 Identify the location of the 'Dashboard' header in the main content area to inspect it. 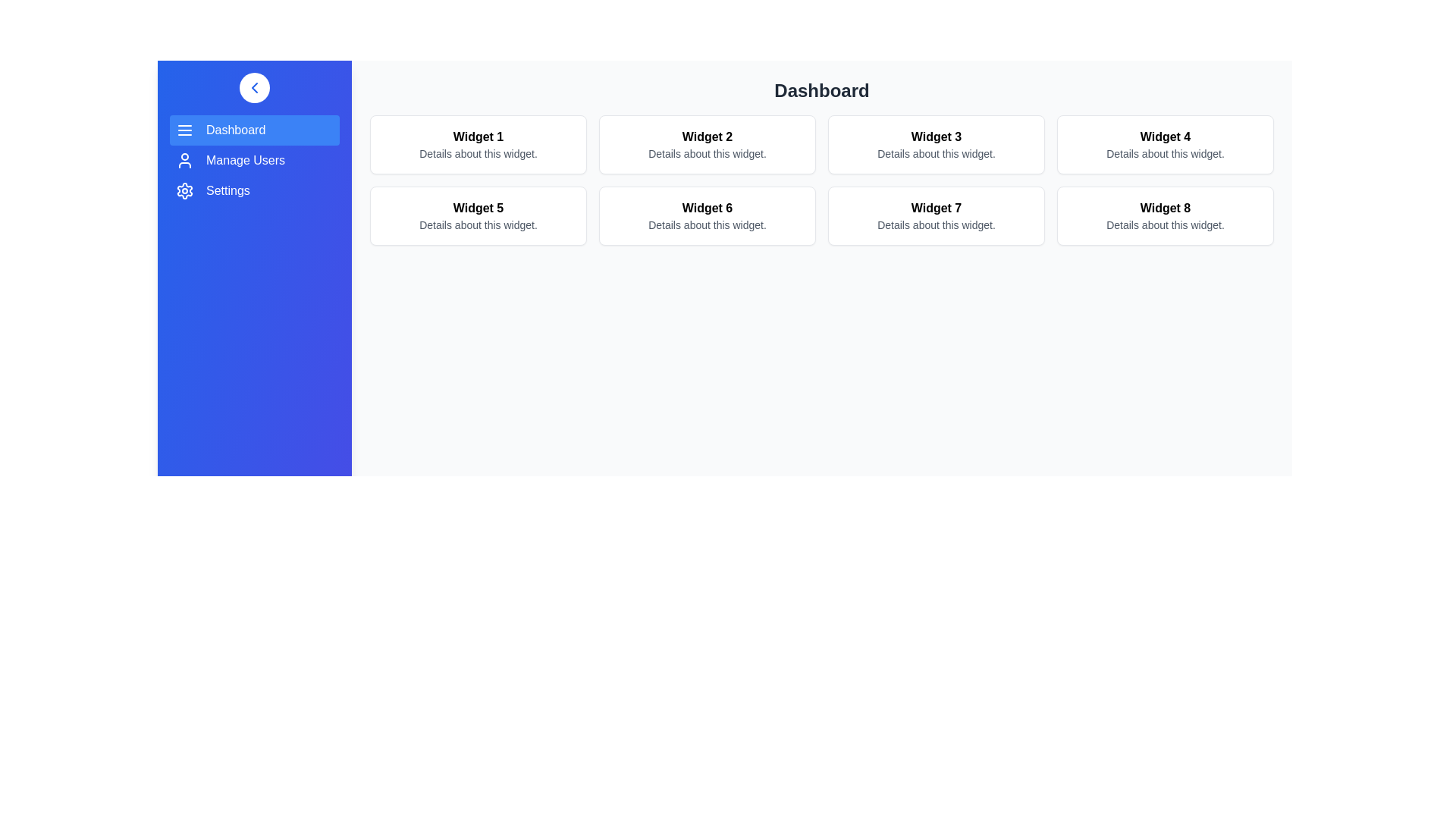
(821, 90).